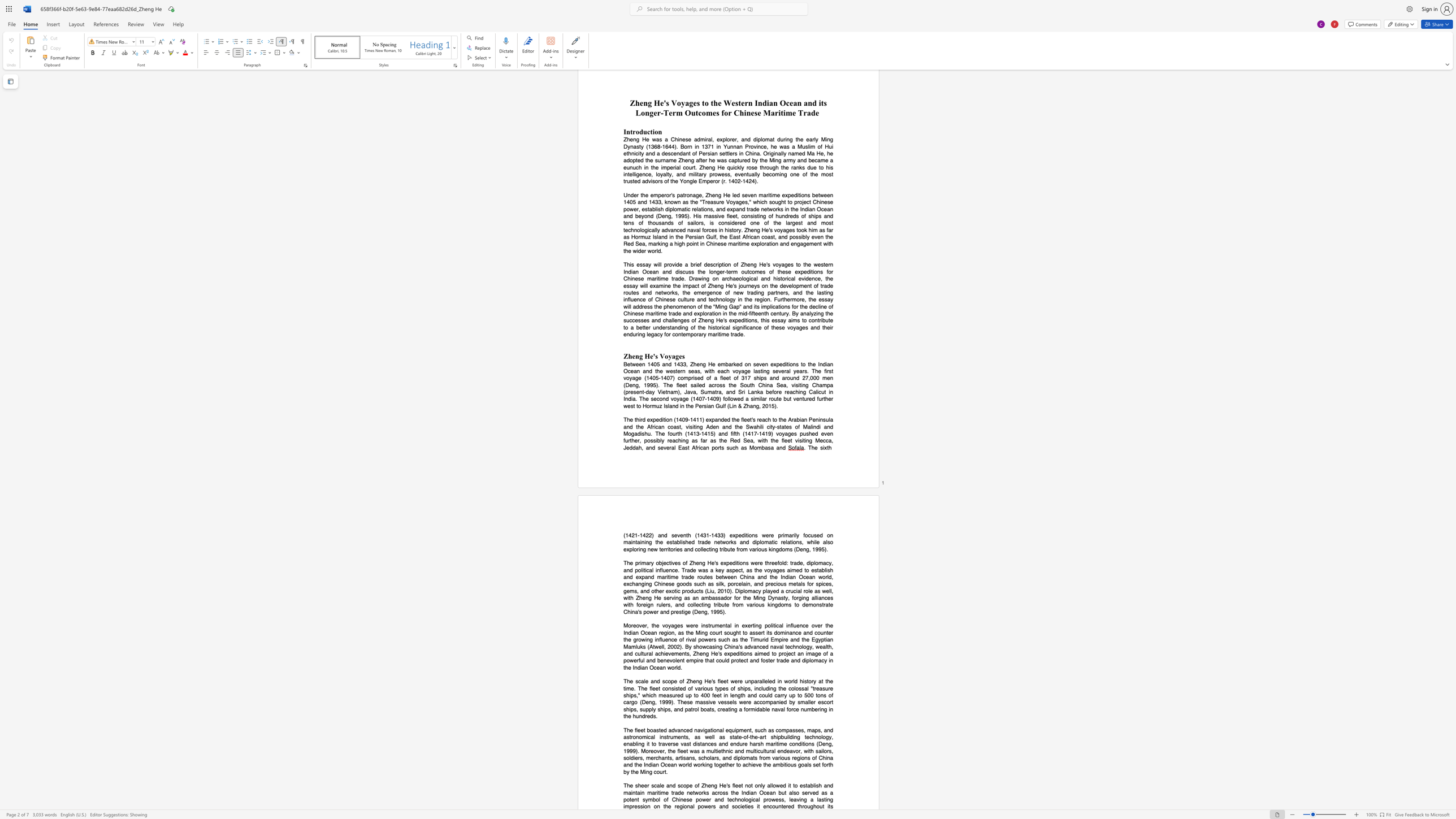 The image size is (1456, 819). I want to click on the space between the continuous character "i" and "n" in the text, so click(826, 799).